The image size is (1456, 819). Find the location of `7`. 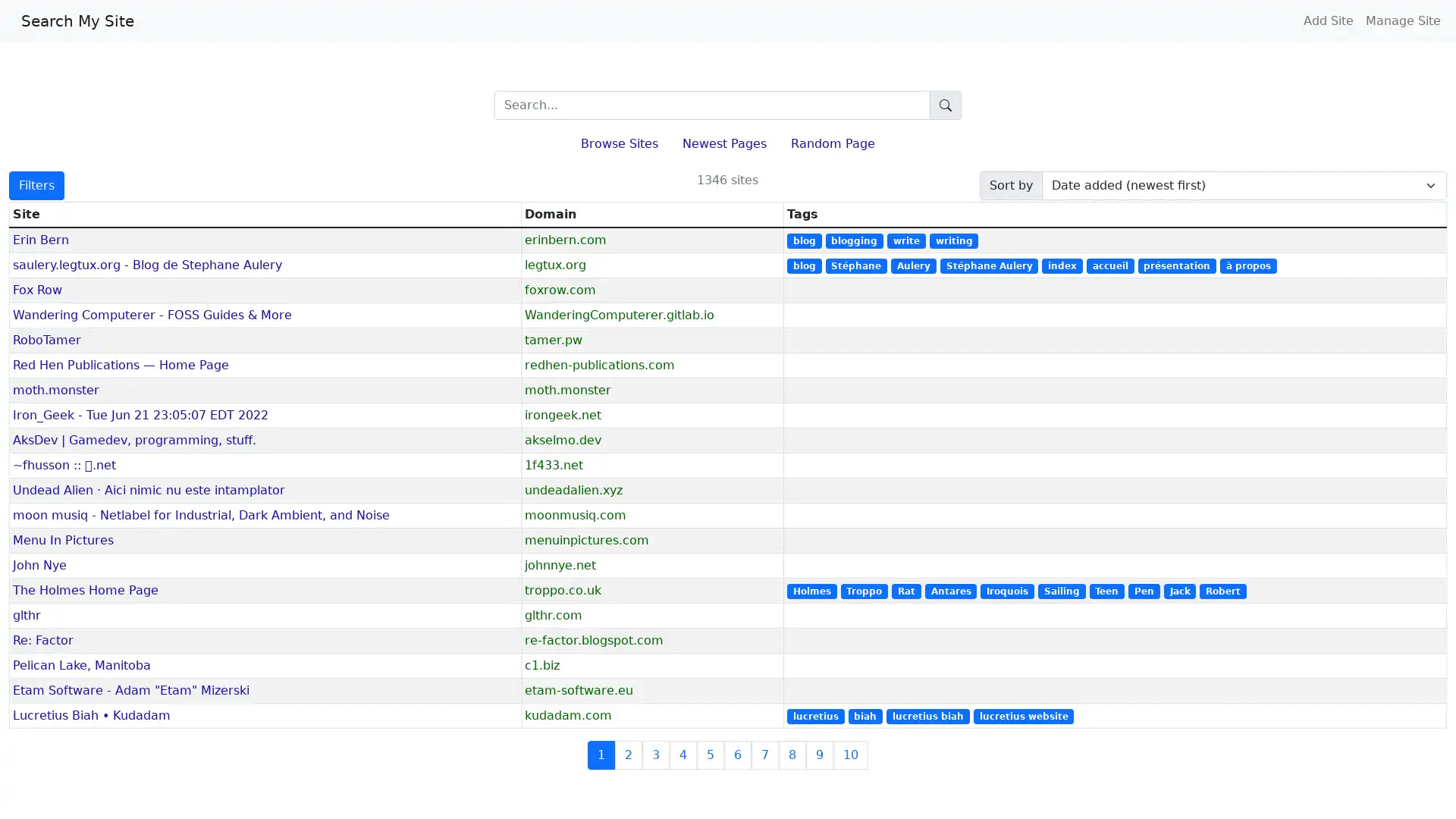

7 is located at coordinates (764, 755).